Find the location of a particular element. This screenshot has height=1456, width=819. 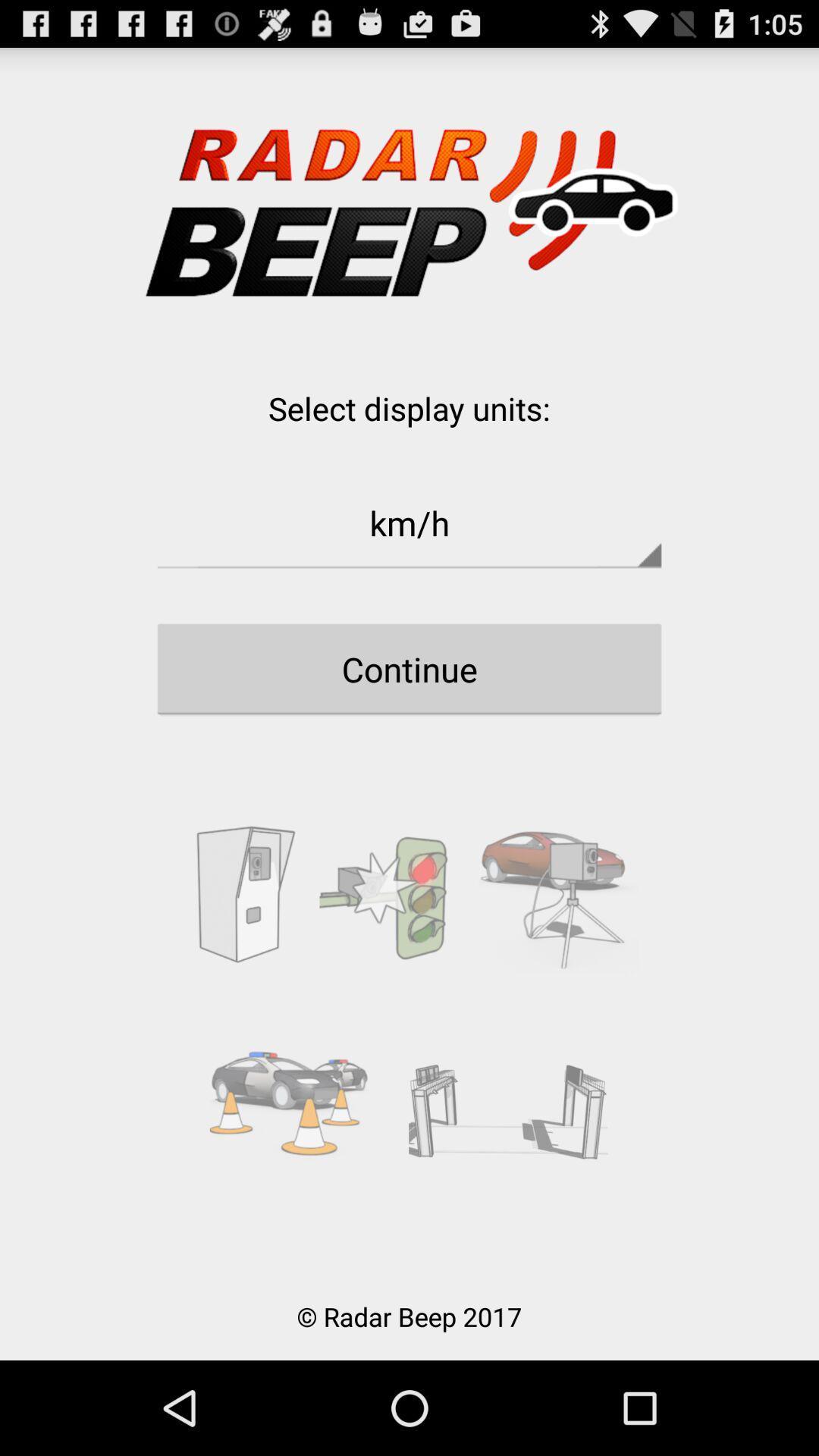

continue icon is located at coordinates (409, 668).